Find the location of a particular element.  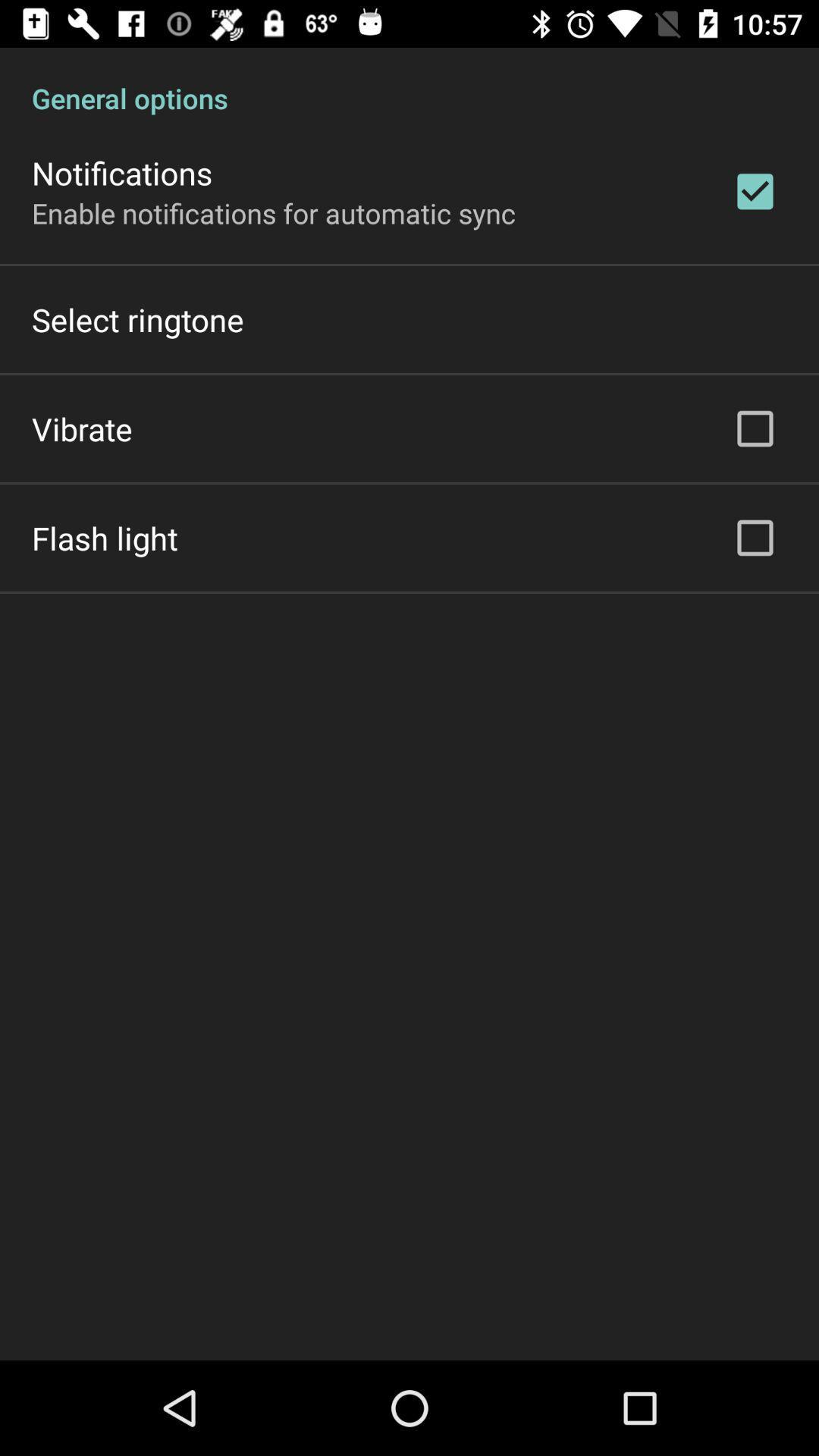

the select ringtone item is located at coordinates (137, 318).